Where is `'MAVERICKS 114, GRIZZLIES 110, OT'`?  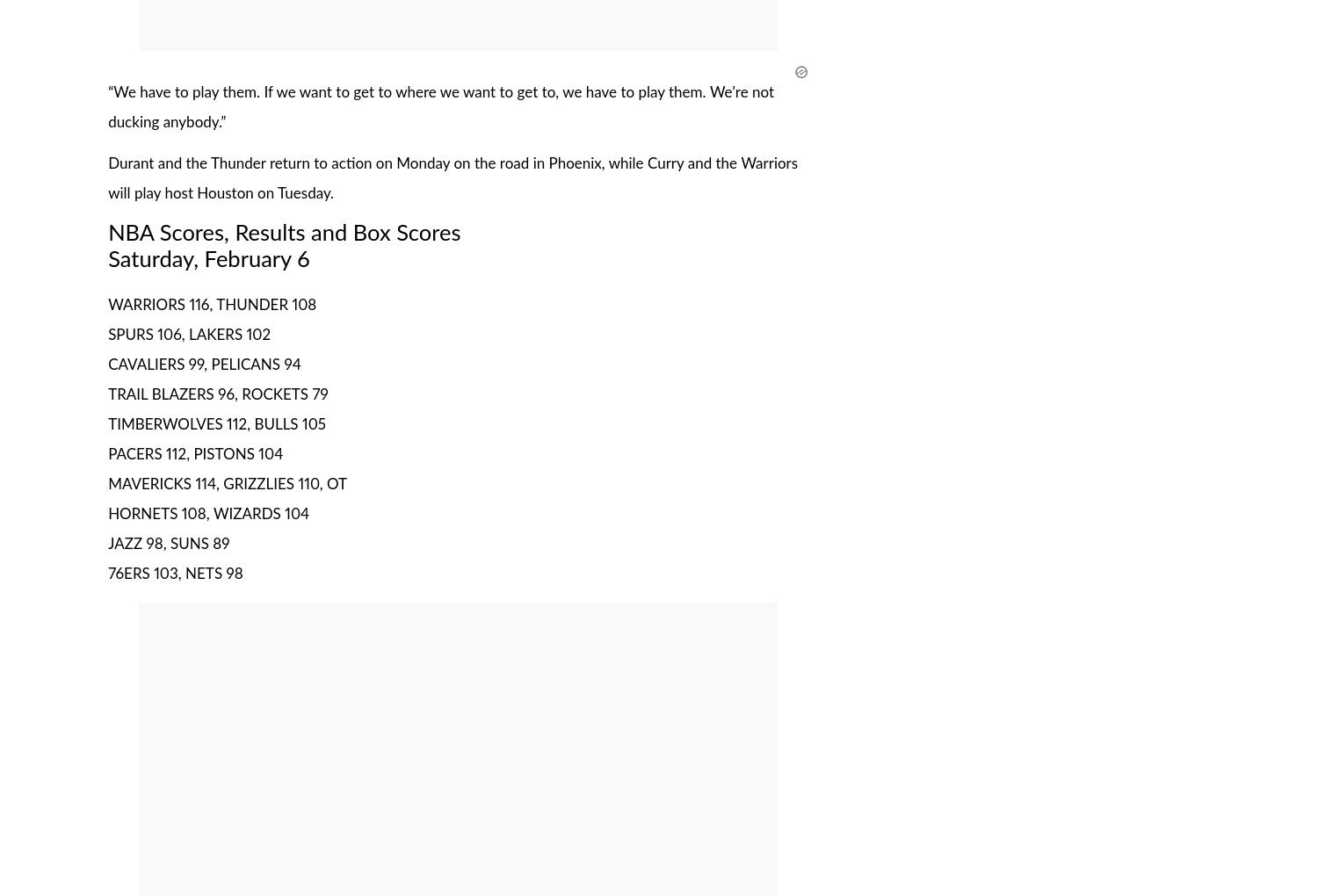 'MAVERICKS 114, GRIZZLIES 110, OT' is located at coordinates (107, 483).